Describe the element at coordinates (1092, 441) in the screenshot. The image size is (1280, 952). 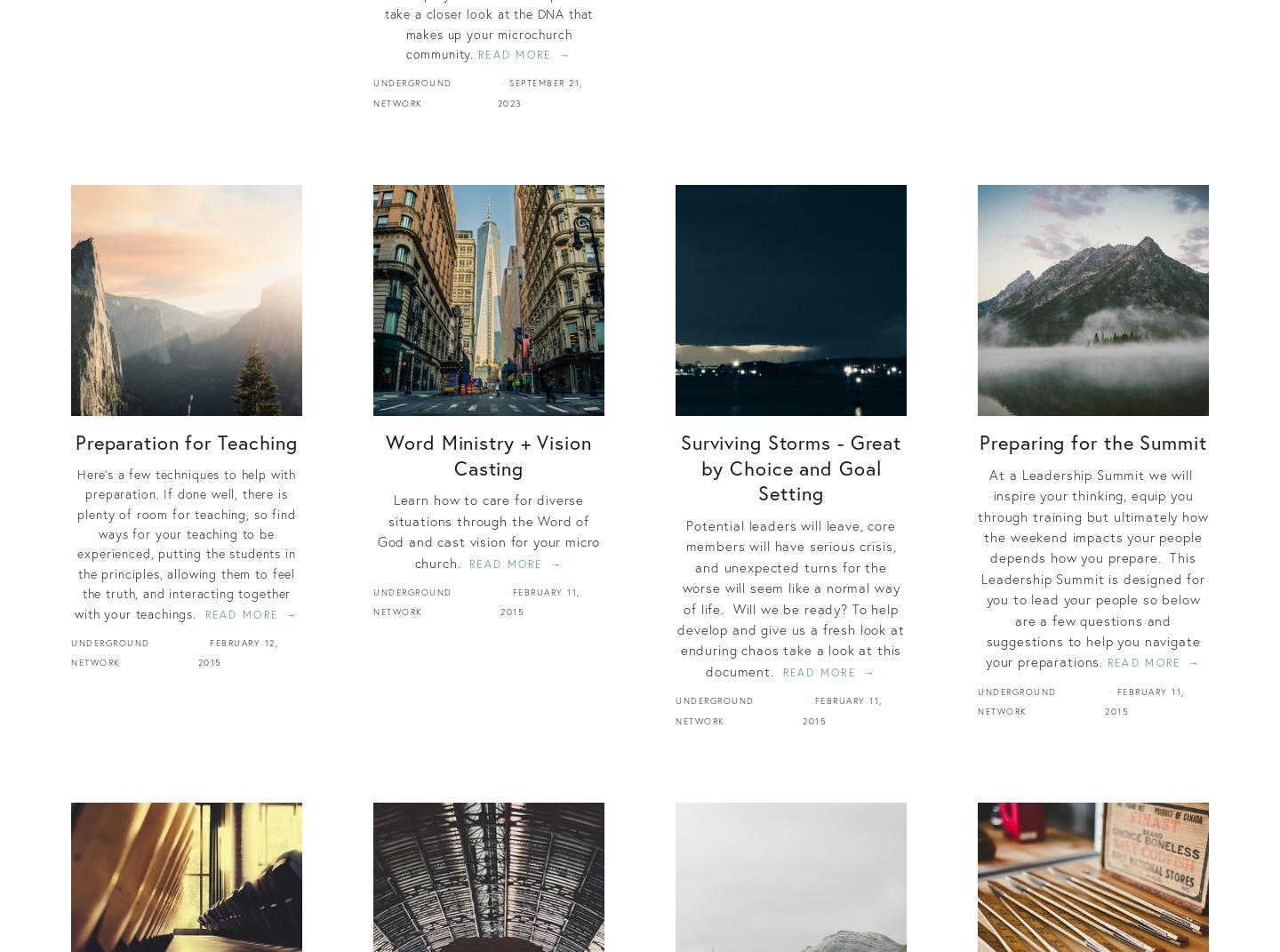
I see `'Preparing for the Summit'` at that location.